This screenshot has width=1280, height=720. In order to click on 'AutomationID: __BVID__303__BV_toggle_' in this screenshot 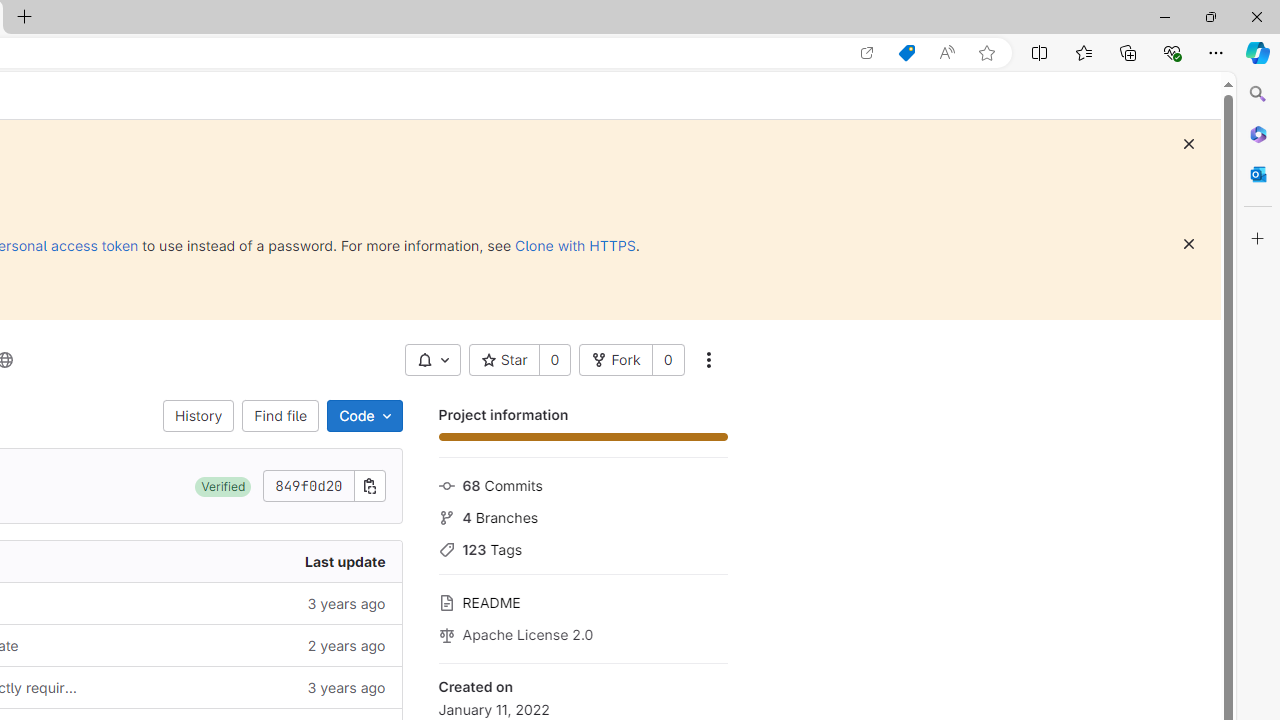, I will do `click(431, 360)`.